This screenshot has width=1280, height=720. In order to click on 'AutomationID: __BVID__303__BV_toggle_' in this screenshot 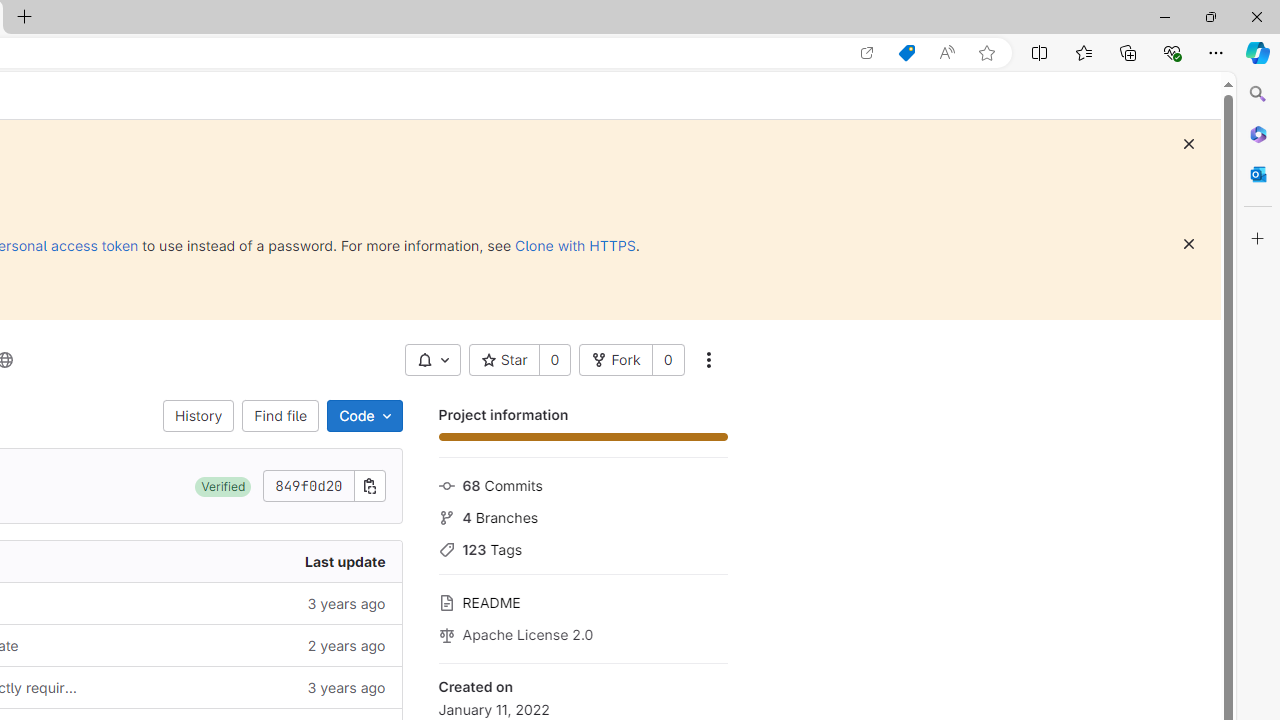, I will do `click(431, 360)`.